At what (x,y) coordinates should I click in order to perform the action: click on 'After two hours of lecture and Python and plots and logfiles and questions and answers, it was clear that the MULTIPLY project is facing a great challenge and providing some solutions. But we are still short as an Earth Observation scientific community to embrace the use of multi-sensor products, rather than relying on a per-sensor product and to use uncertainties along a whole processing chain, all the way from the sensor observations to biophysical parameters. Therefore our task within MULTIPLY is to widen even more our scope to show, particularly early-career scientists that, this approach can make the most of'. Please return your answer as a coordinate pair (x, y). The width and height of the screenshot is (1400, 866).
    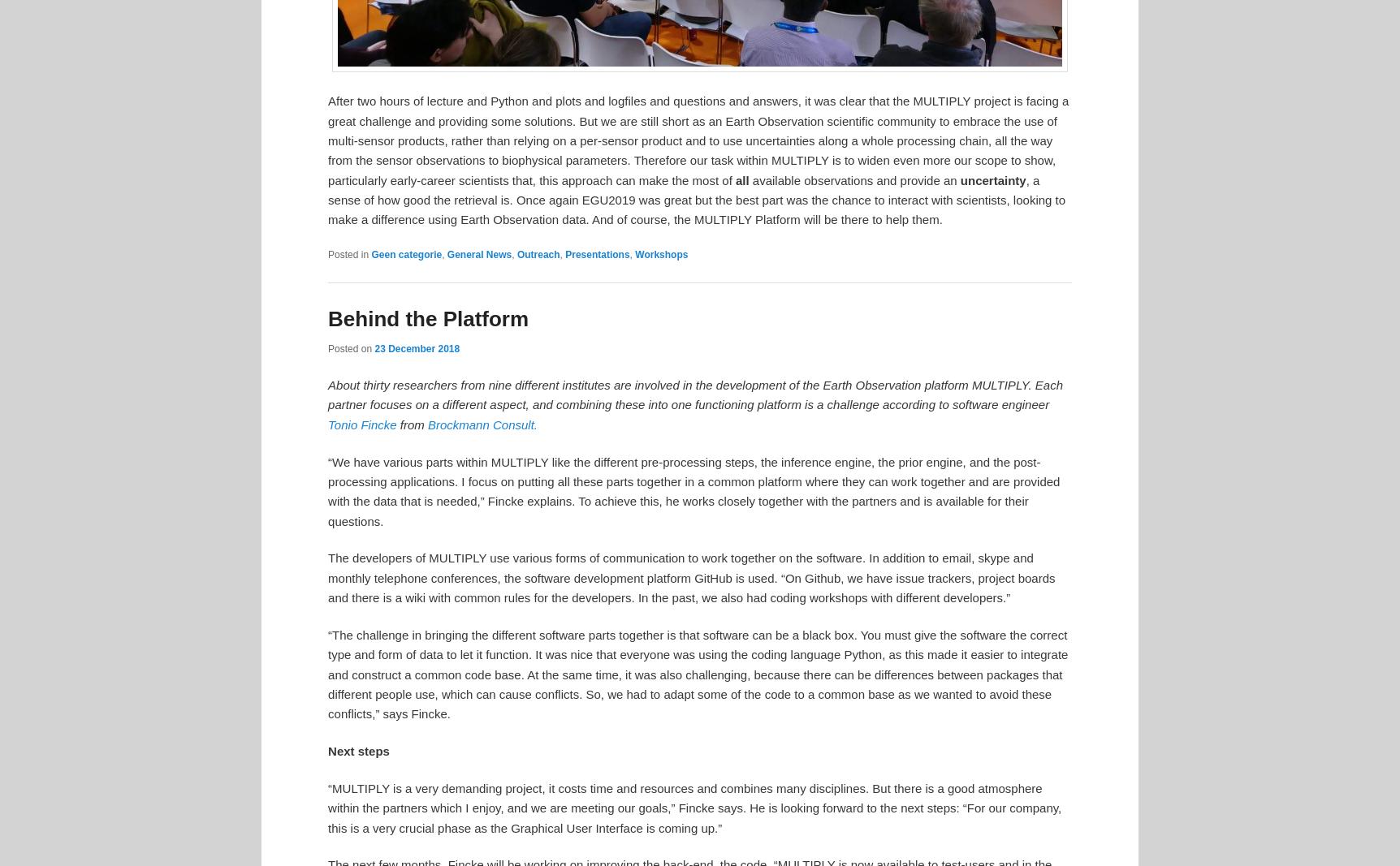
    Looking at the image, I should click on (697, 139).